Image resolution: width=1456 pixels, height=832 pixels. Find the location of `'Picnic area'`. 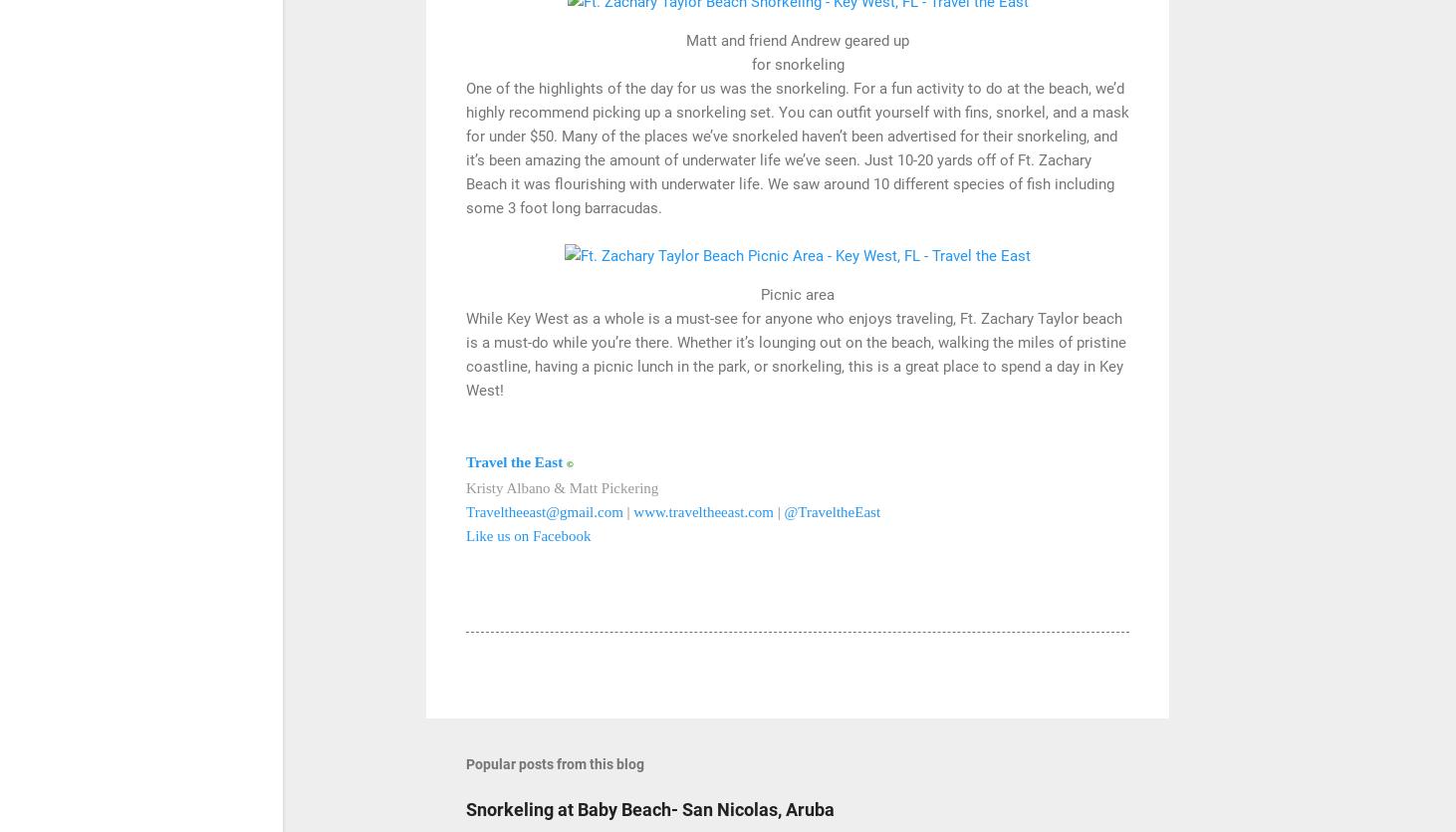

'Picnic area' is located at coordinates (797, 293).